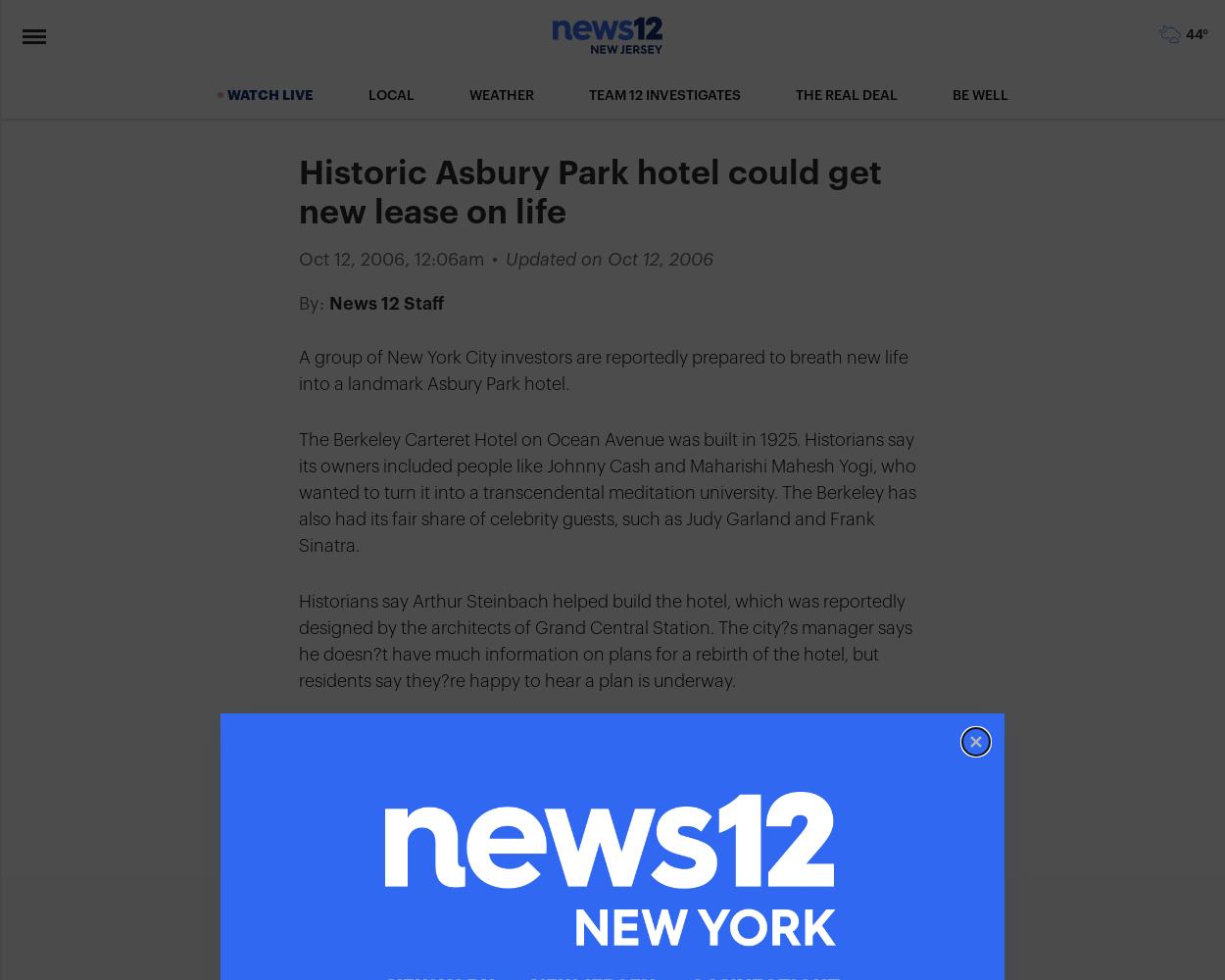  I want to click on 'The Berkeley Carteret Hotel on Ocean Avenue was built in 1925. Historians say its owners included people like Johnny Cash and Maharishi Mahesh Yogi, who wanted to turn it into a transcendental meditation university. The Berkeley has also had its fair share of celebrity guests, such as Judy Garland and Frank Sinatra.', so click(607, 493).